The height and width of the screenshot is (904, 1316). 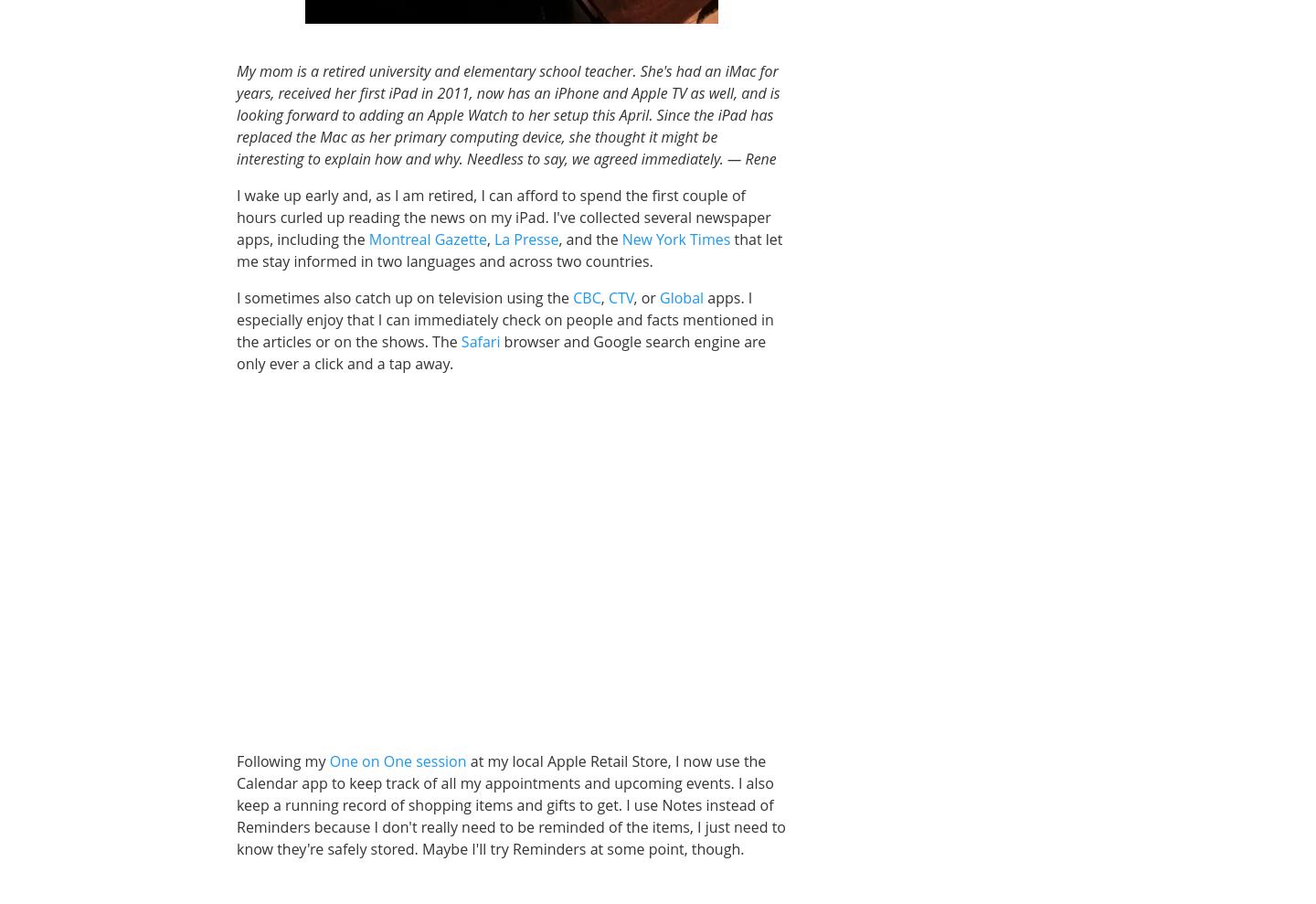 What do you see at coordinates (674, 237) in the screenshot?
I see `'New York Times'` at bounding box center [674, 237].